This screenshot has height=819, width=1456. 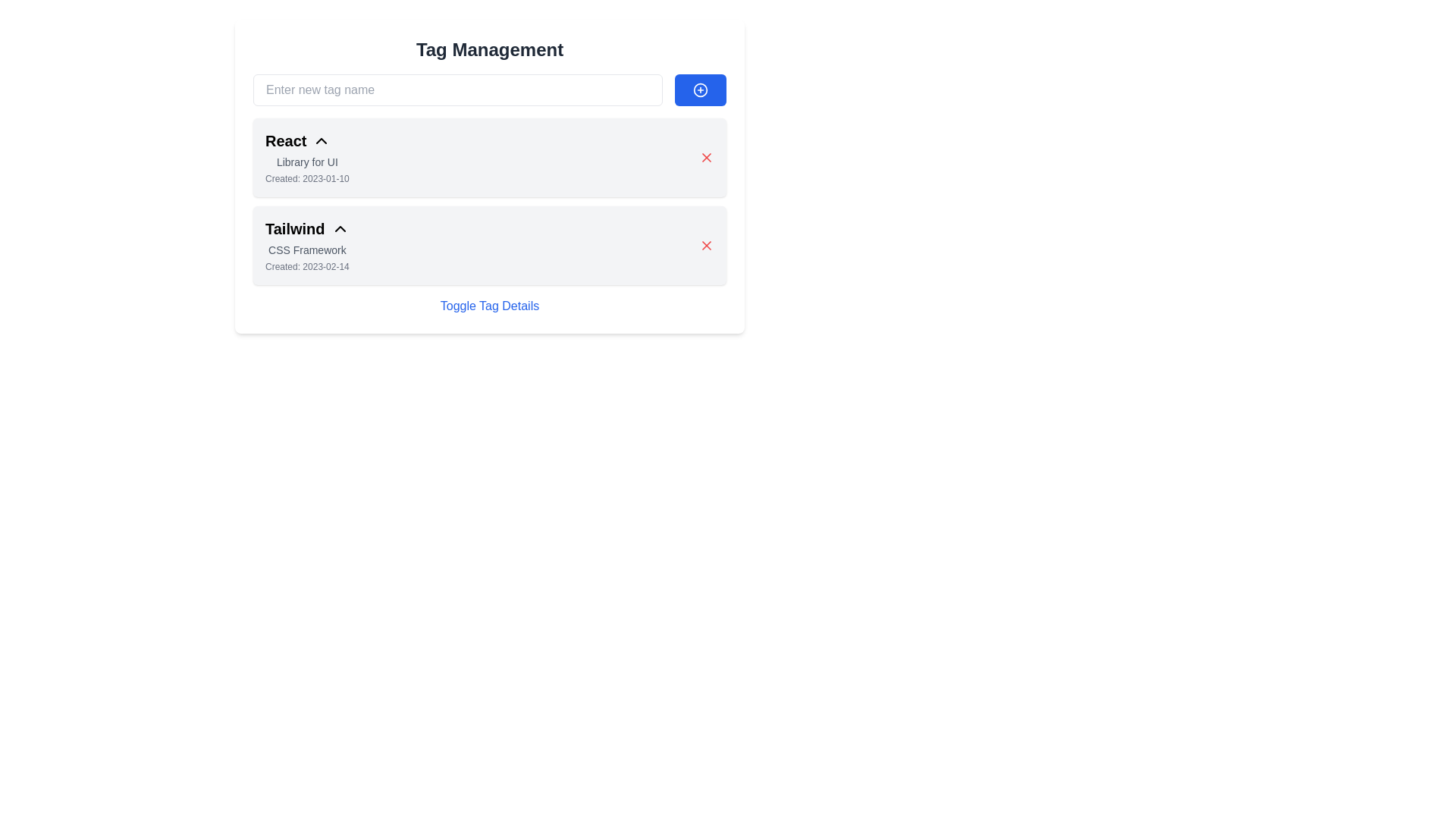 I want to click on the close or delete button, which is a small, cross-shaped icon with an 'X' symbol located in the top right corner of the first content card labeled 'React', so click(x=705, y=158).